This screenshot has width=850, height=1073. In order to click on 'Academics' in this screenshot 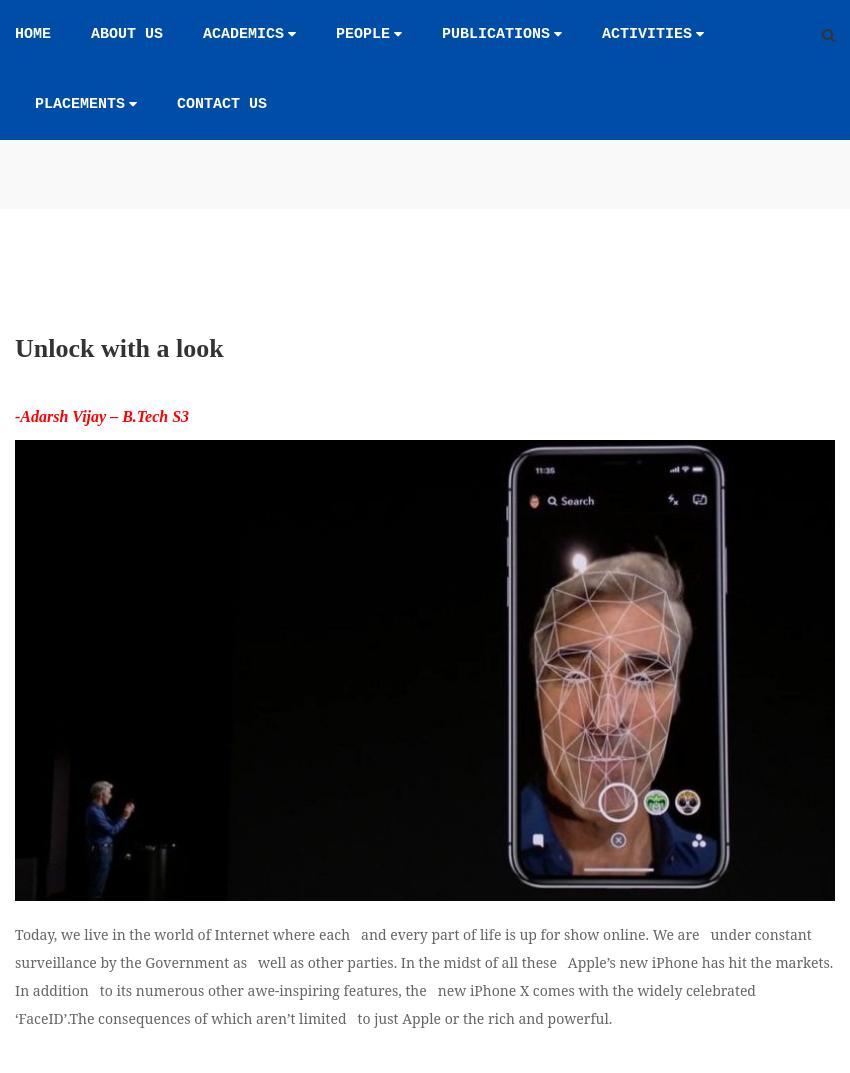, I will do `click(201, 33)`.